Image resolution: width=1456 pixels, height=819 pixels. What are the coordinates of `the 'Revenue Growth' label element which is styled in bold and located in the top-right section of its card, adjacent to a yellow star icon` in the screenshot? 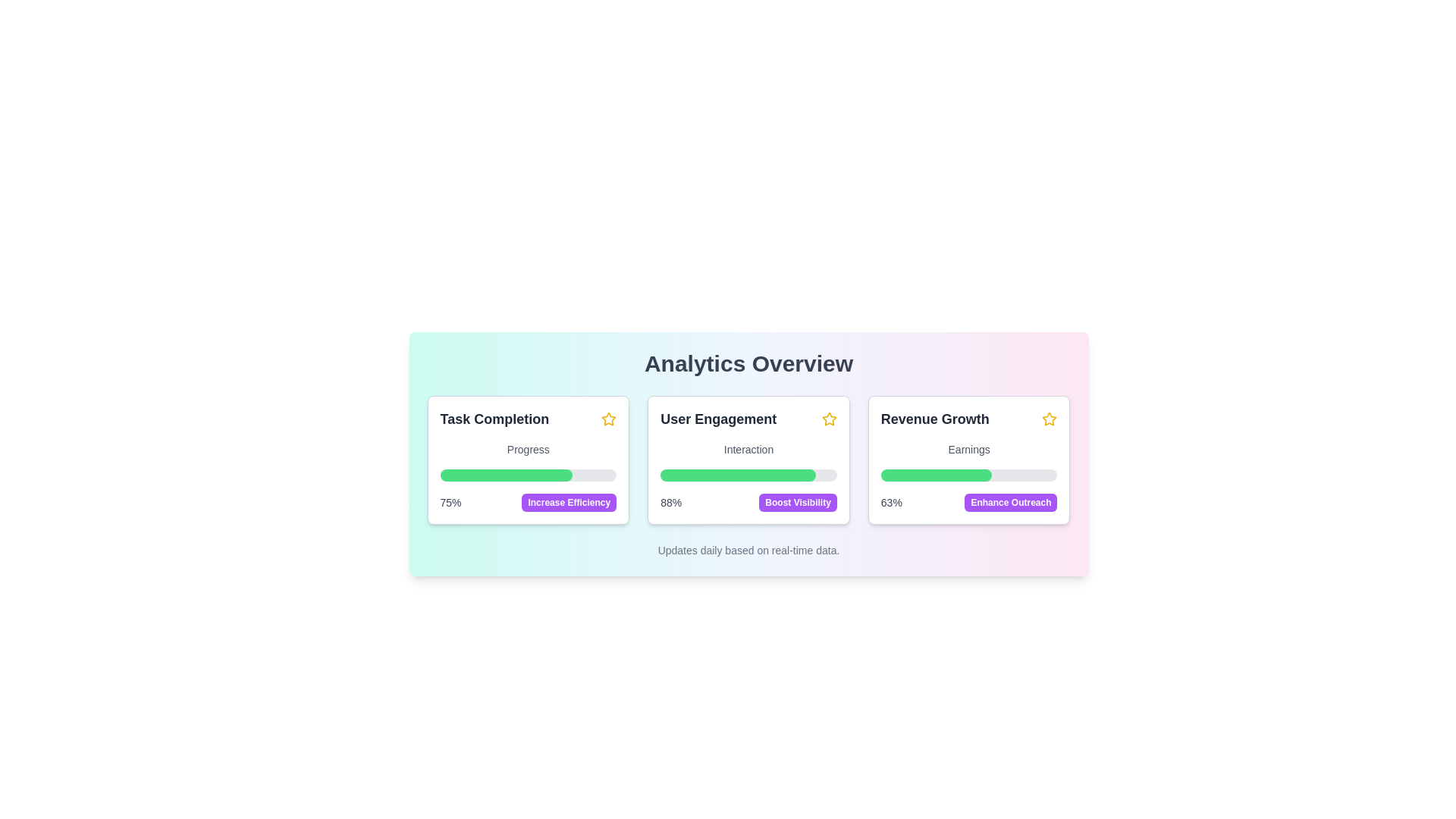 It's located at (968, 419).